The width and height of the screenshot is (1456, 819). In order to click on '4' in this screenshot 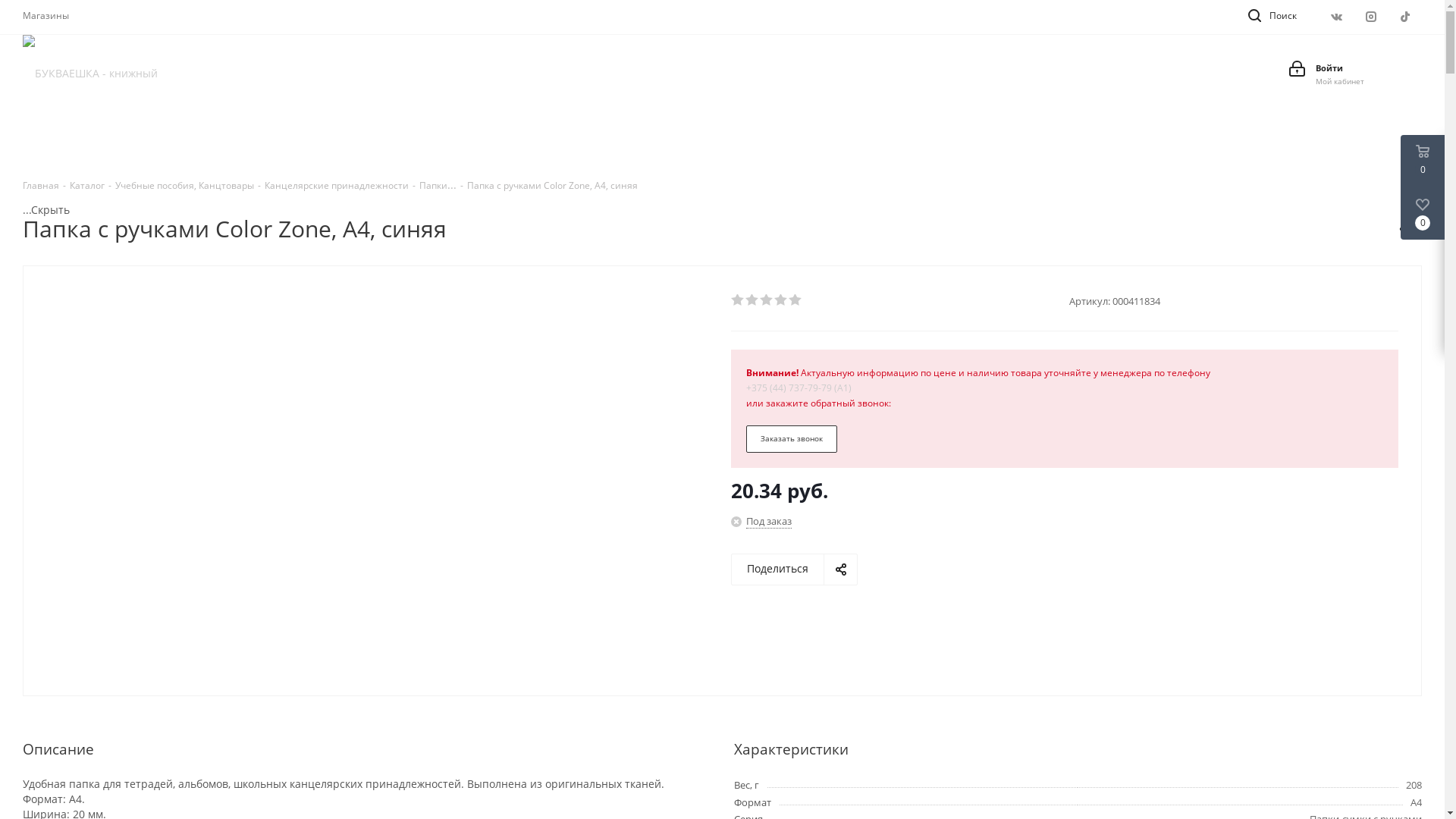, I will do `click(780, 300)`.